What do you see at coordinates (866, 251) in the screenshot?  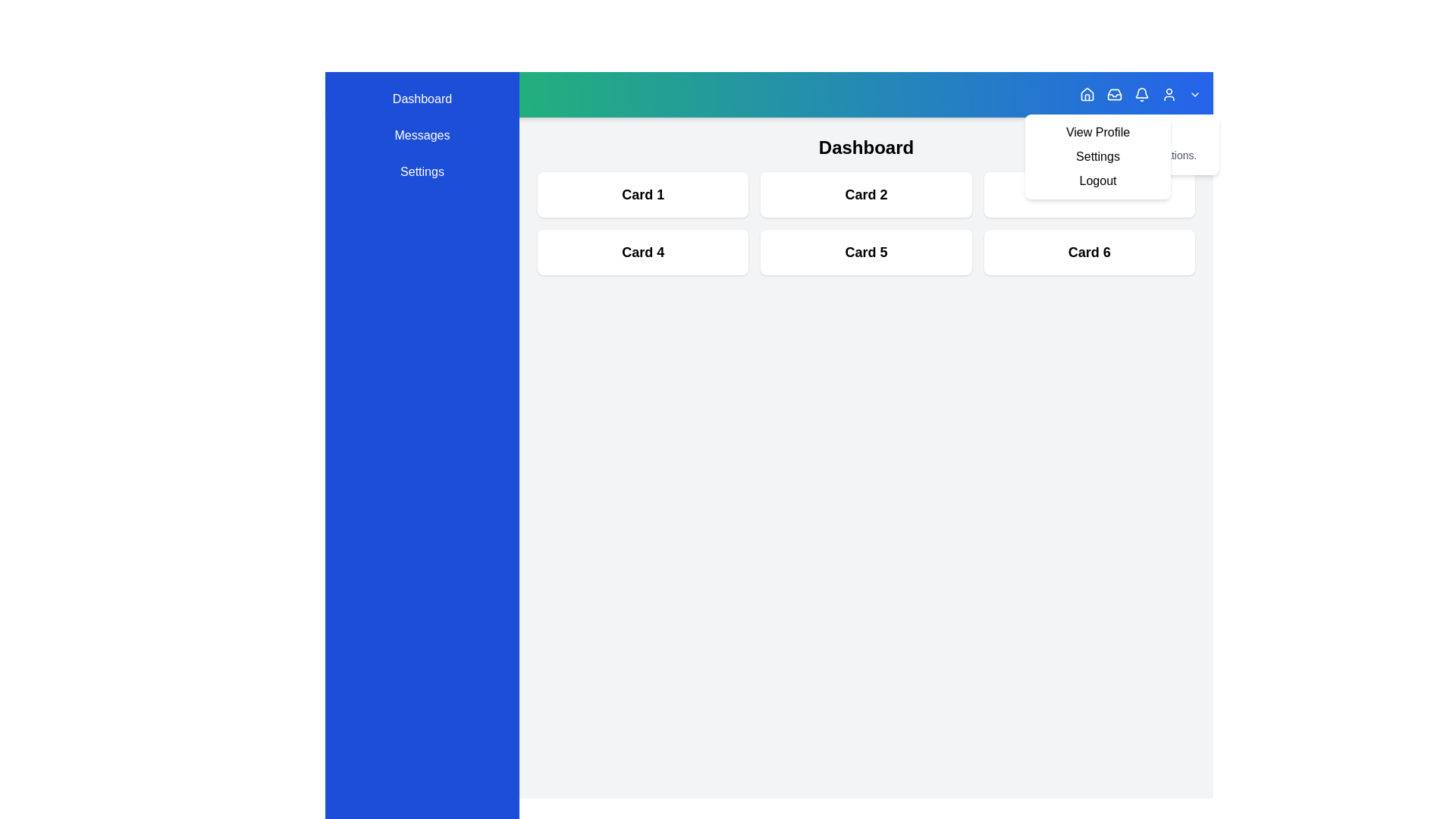 I see `the fifth card in the grid layout` at bounding box center [866, 251].